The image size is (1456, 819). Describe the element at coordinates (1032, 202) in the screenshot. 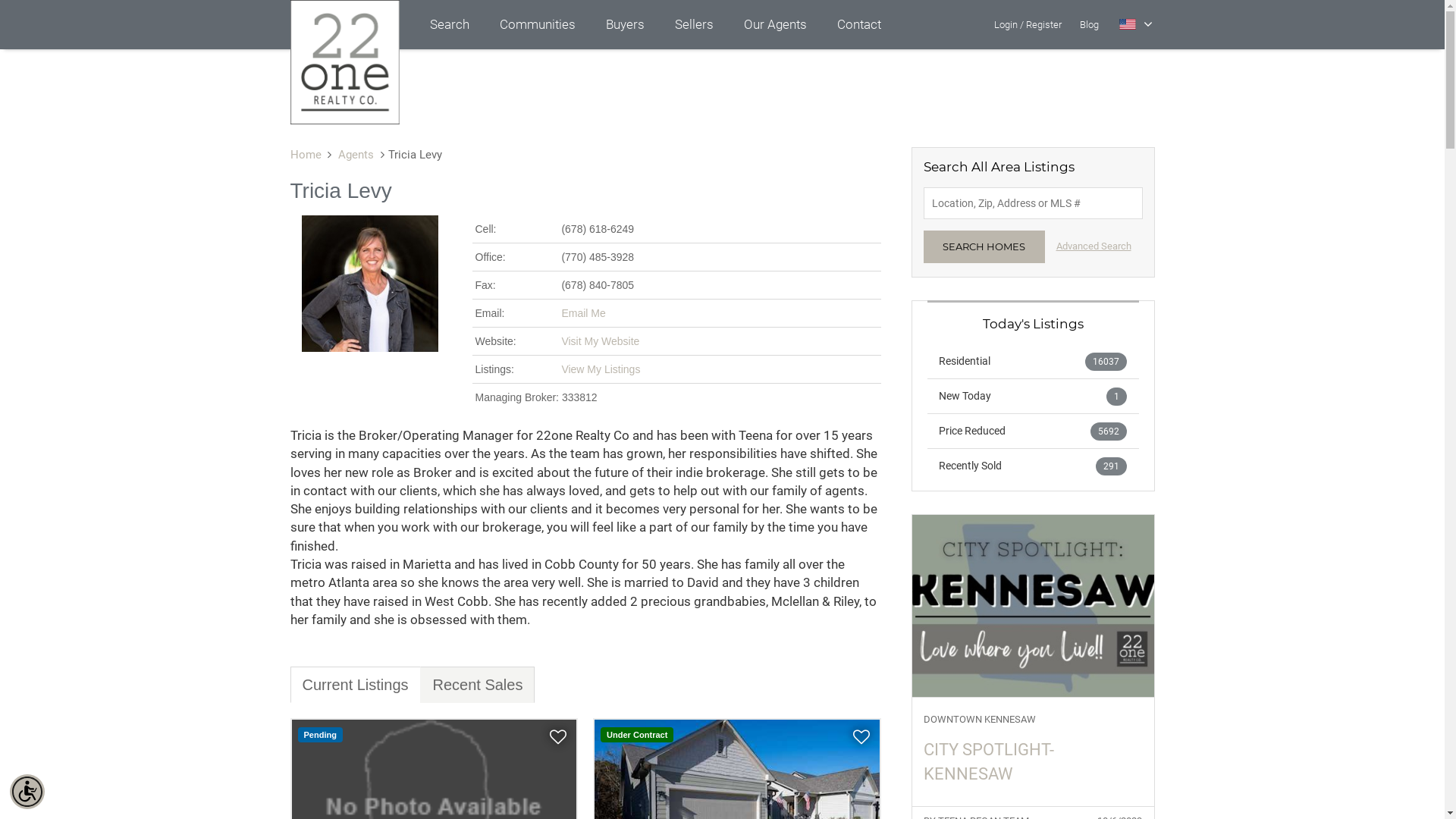

I see `'Enter Location, Zip, Address or MLS #'` at that location.